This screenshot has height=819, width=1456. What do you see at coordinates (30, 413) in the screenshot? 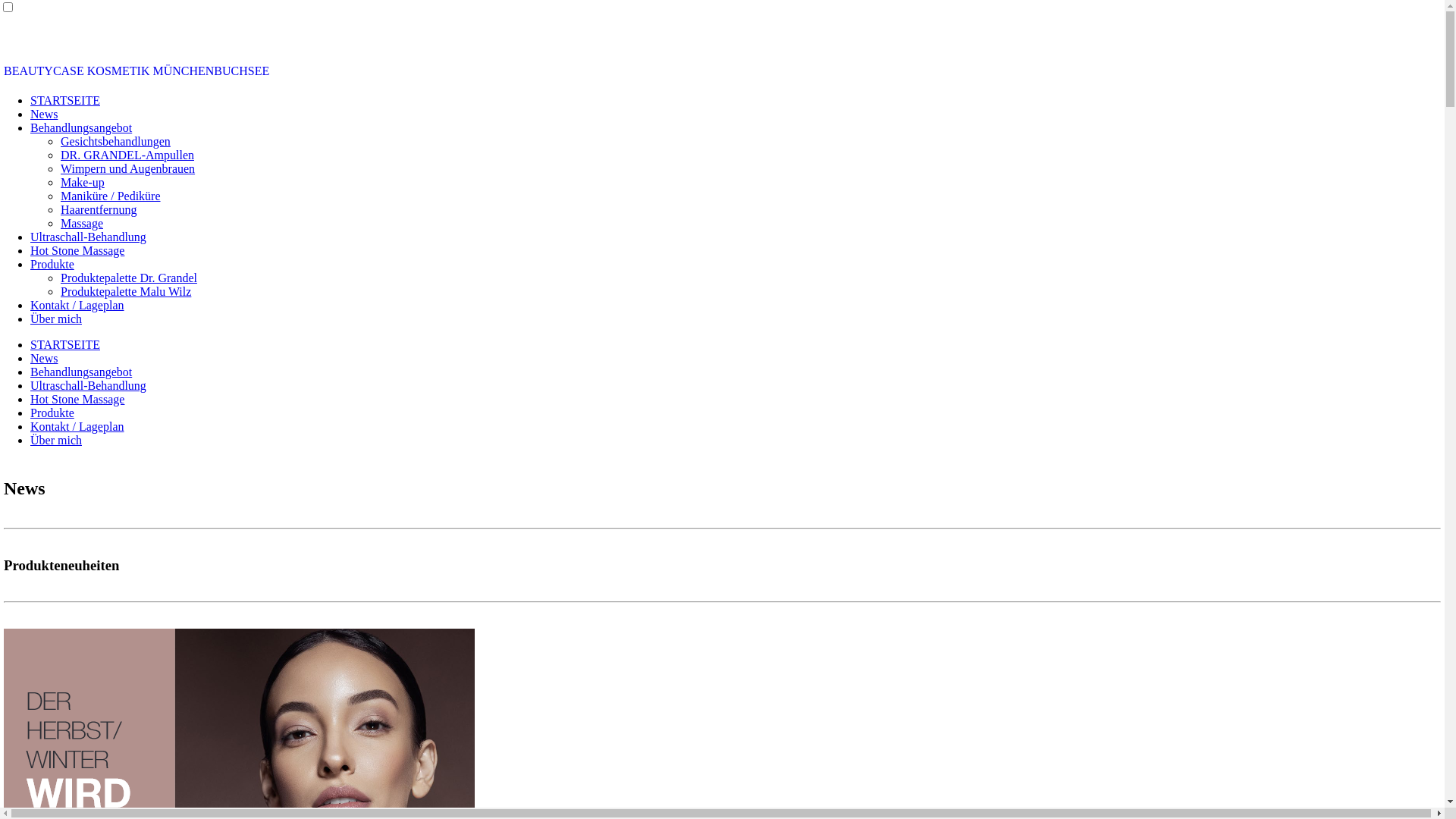
I see `'Produkte'` at bounding box center [30, 413].